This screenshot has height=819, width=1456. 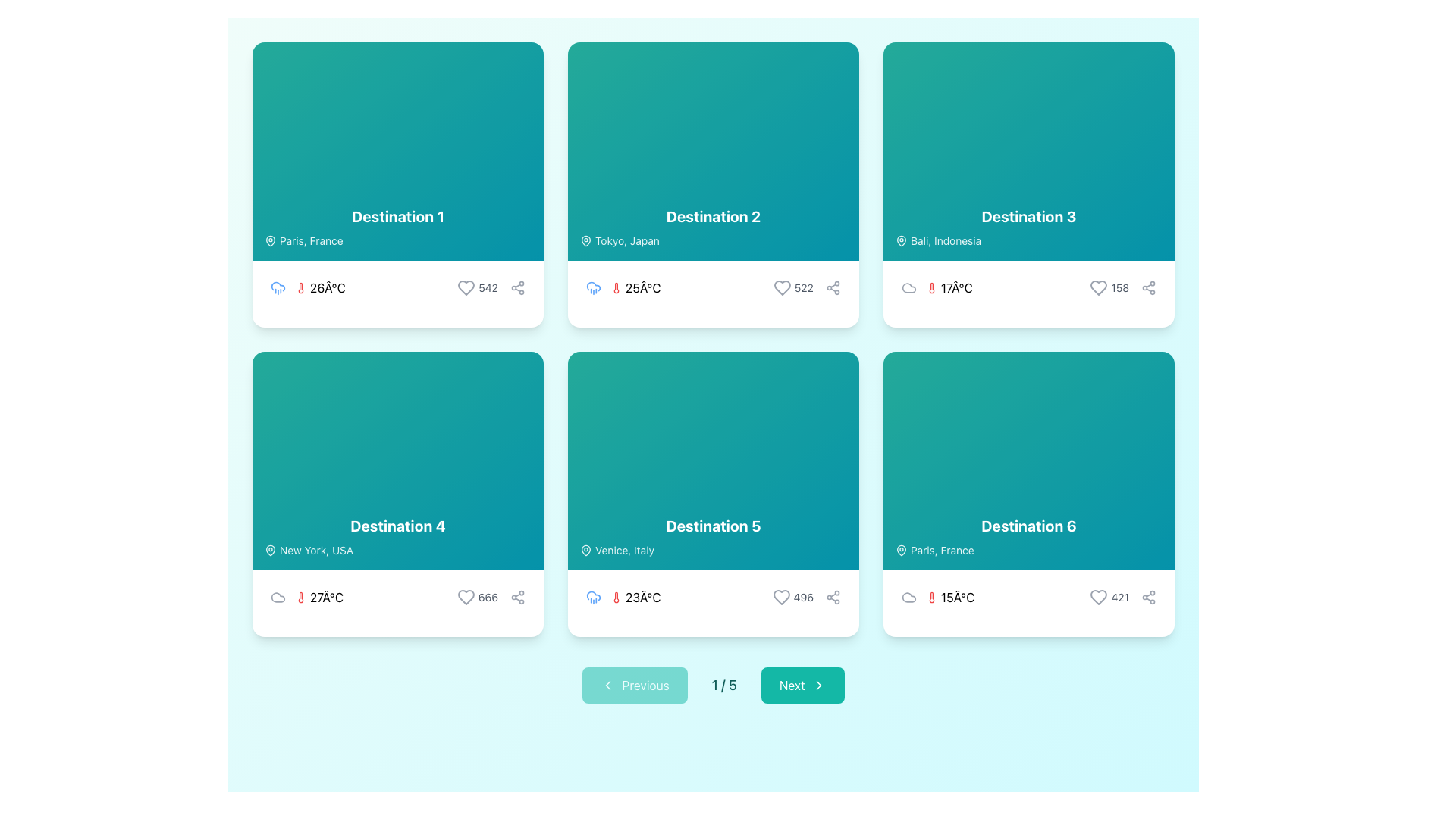 What do you see at coordinates (712, 685) in the screenshot?
I see `the Pagination Indicator element, which shows the current page index (1) out of 5, located centrally below the grid of destination cards` at bounding box center [712, 685].